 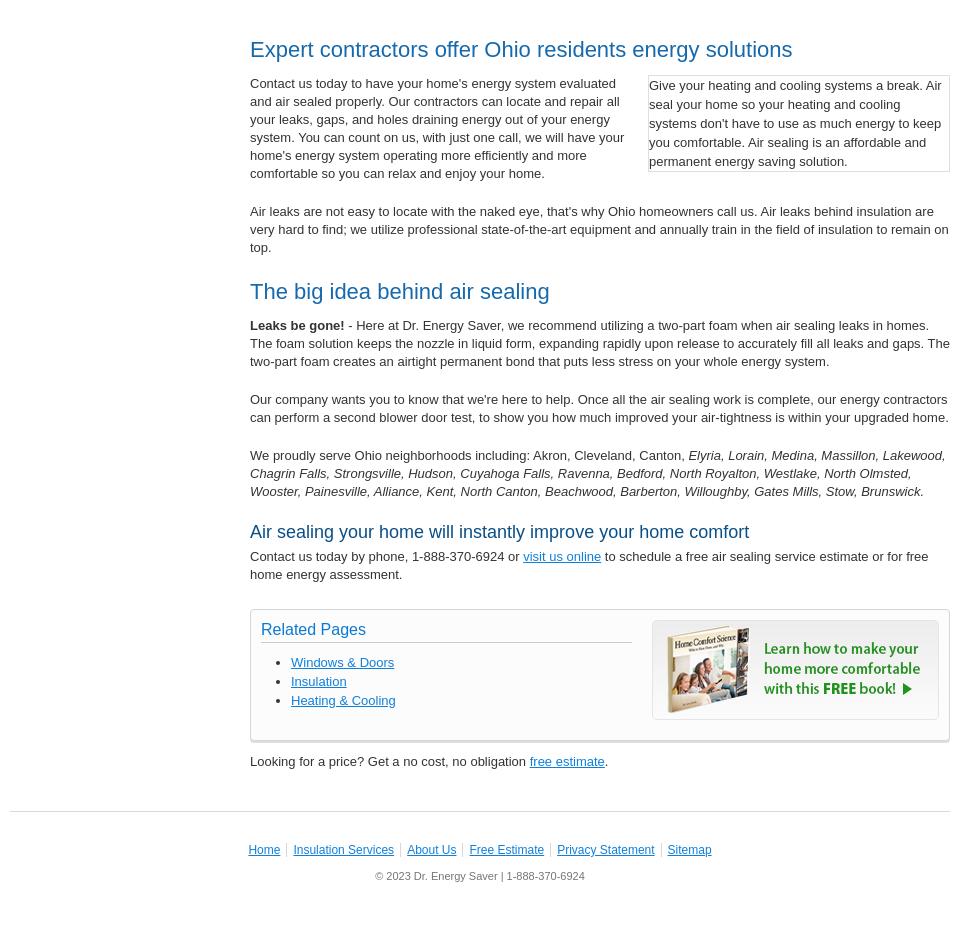 I want to click on 'to schedule a free air sealing service estimate or for free home energy assessment.', so click(x=588, y=564).